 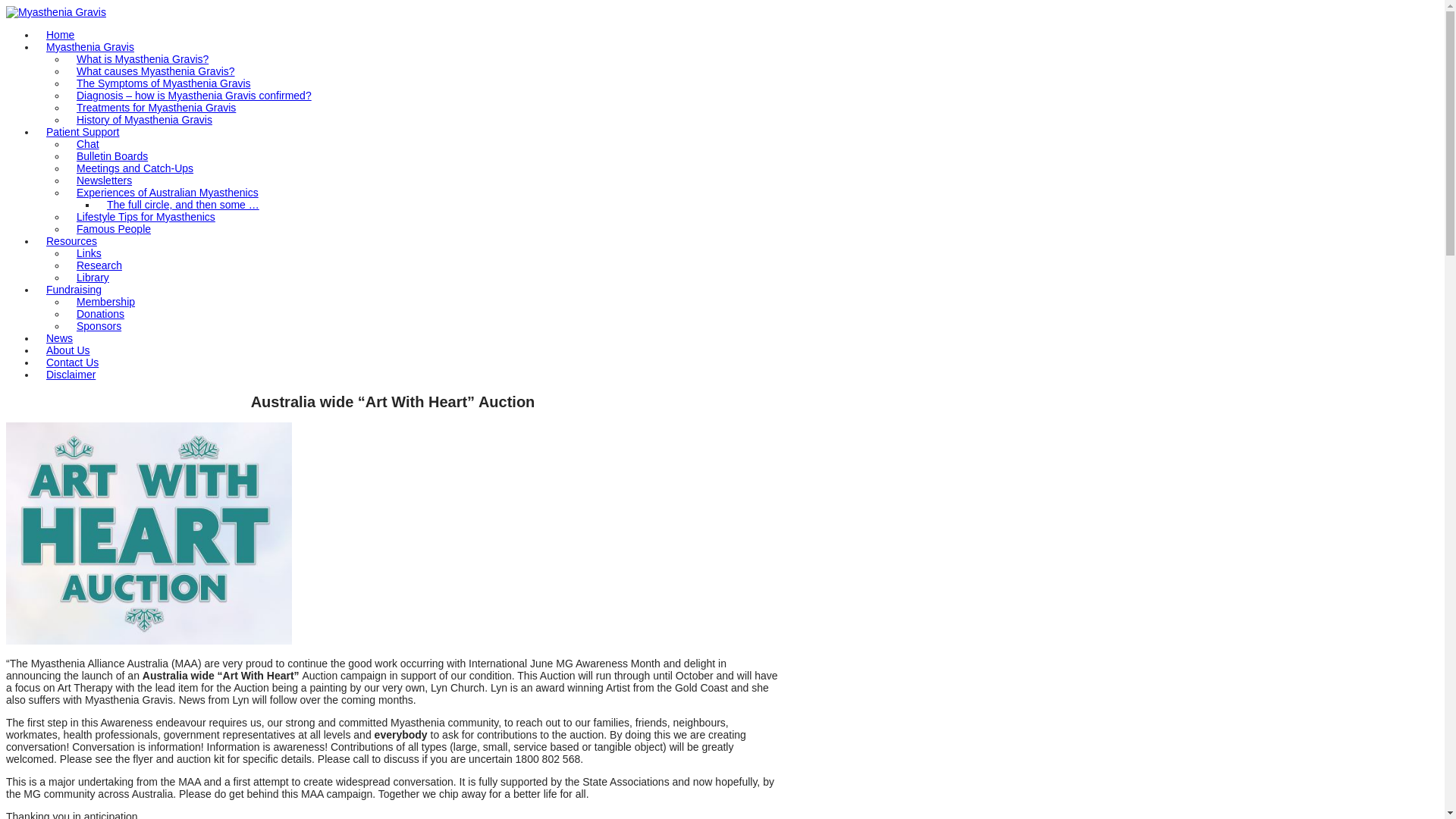 I want to click on 'What is Myasthenia Gravis?', so click(x=142, y=58).